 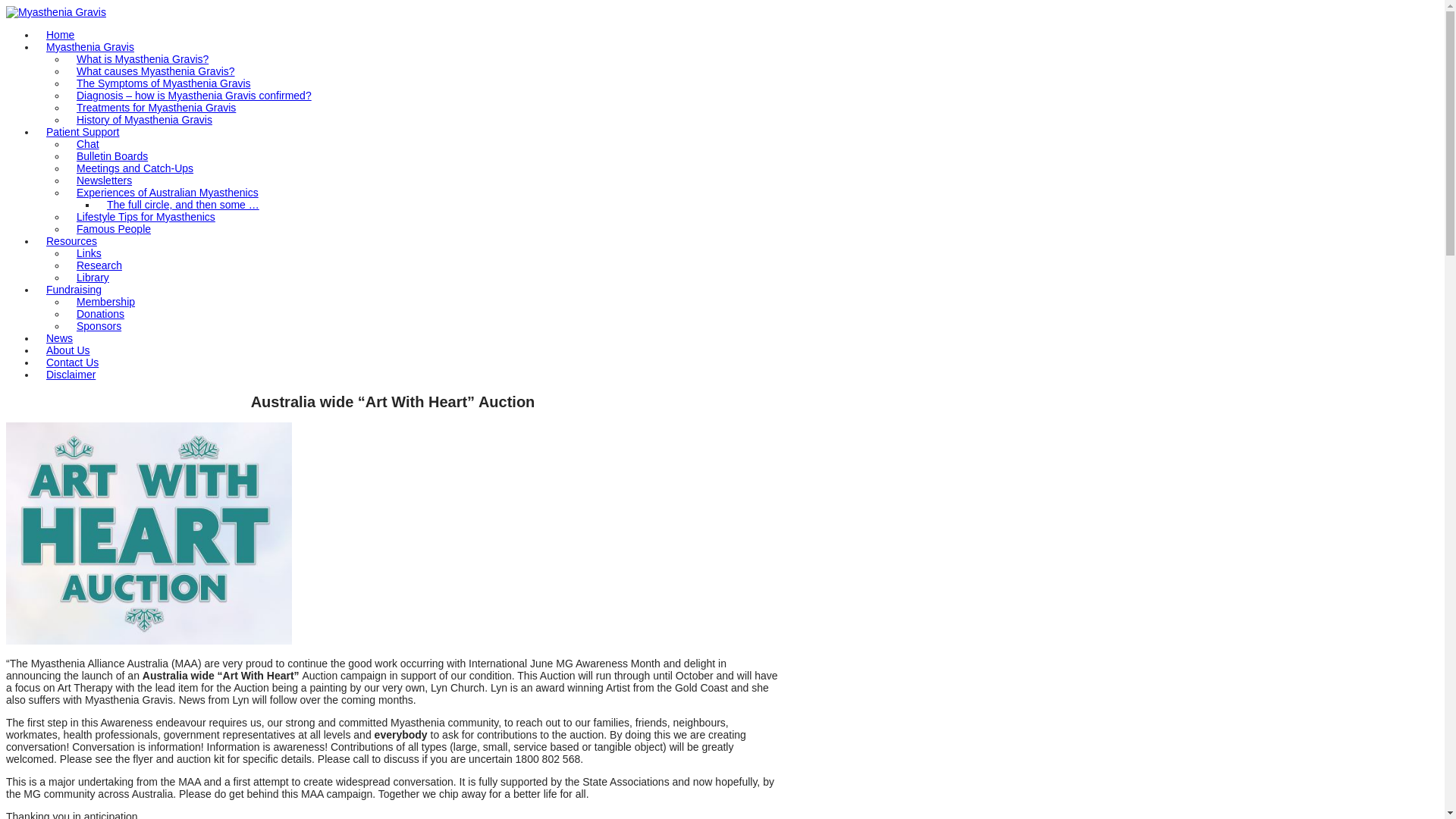 I want to click on 'What is Myasthenia Gravis?', so click(x=142, y=58).